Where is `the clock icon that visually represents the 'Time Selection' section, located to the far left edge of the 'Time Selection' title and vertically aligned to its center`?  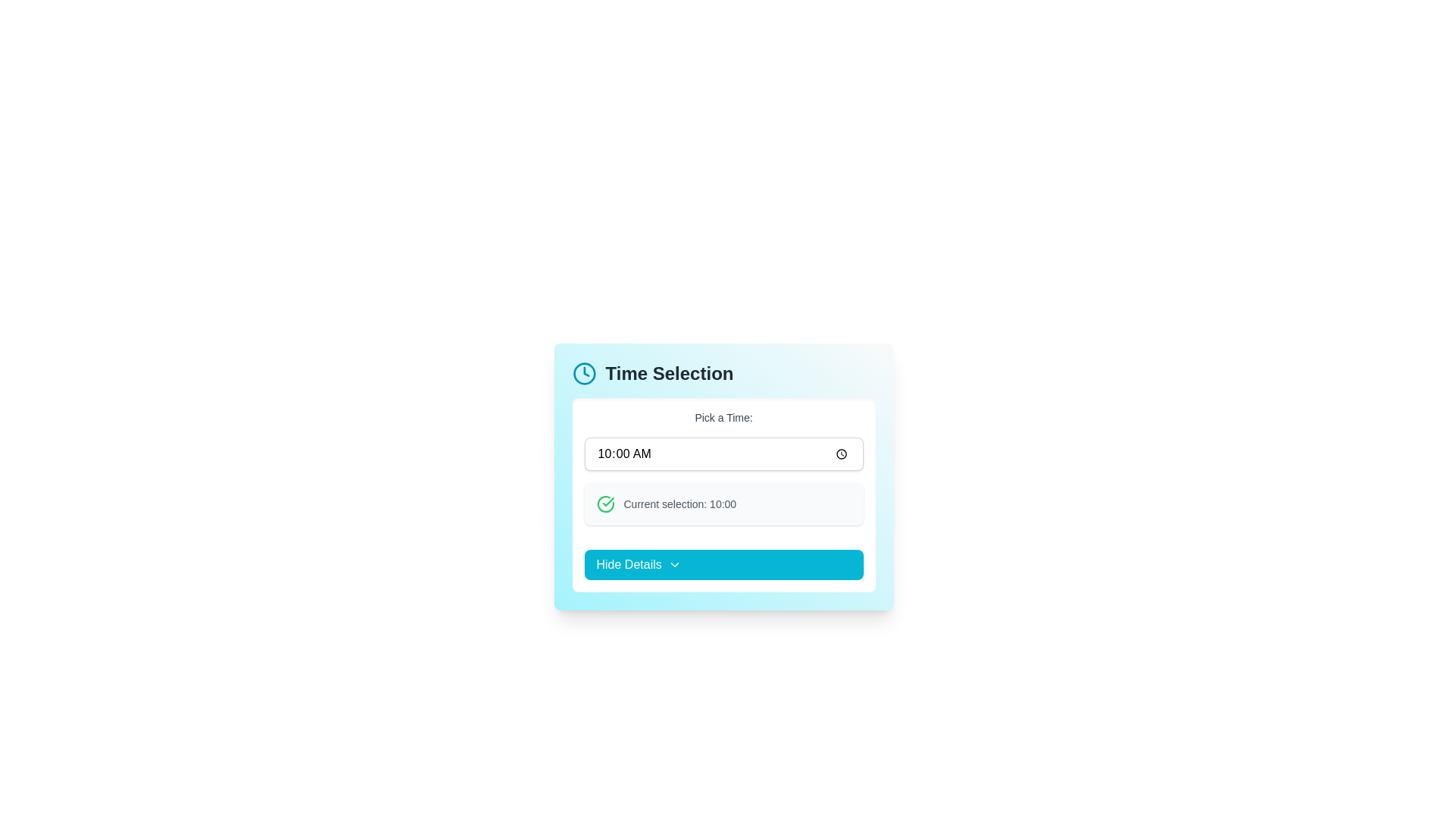
the clock icon that visually represents the 'Time Selection' section, located to the far left edge of the 'Time Selection' title and vertically aligned to its center is located at coordinates (583, 374).